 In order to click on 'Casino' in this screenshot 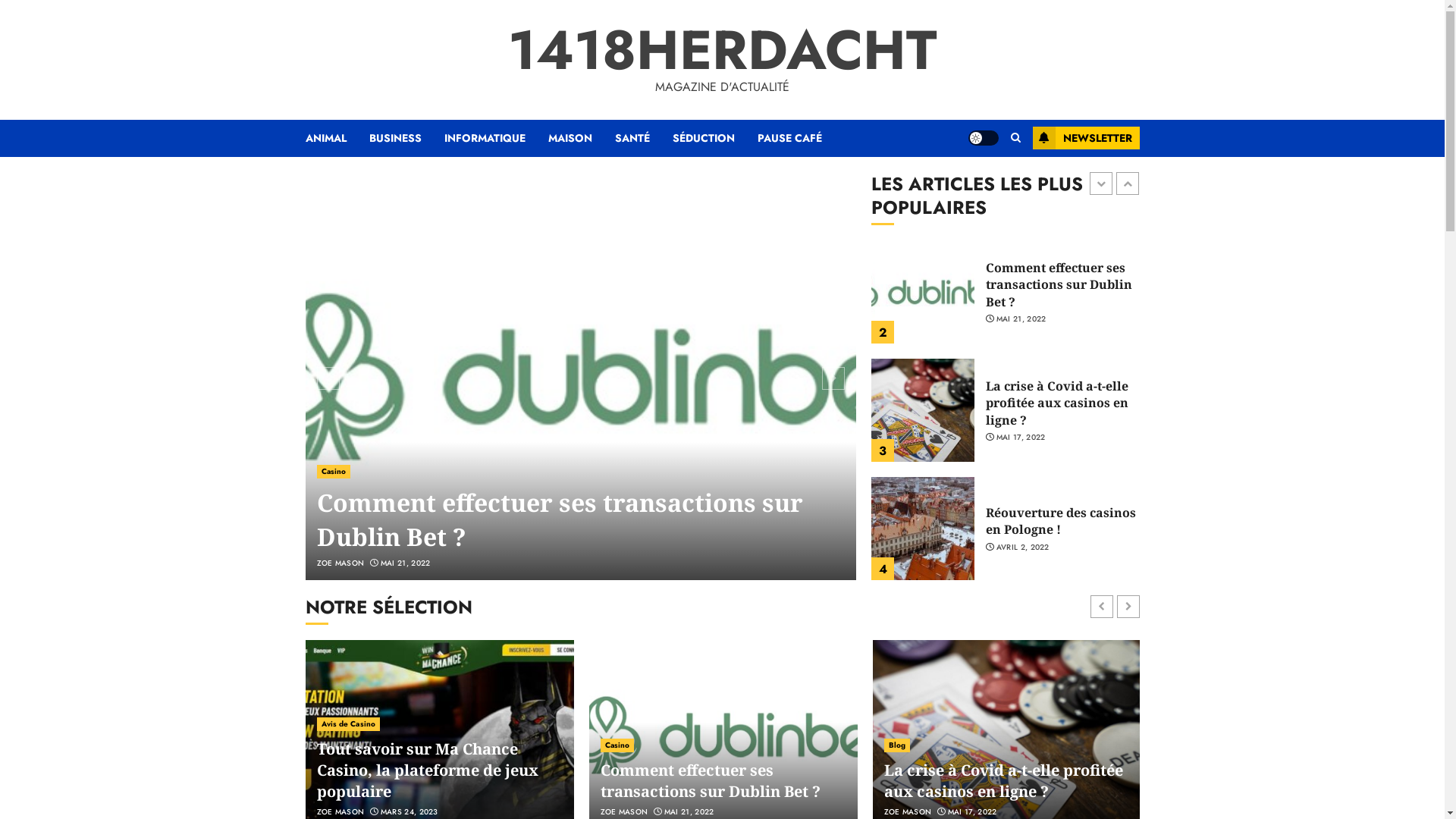, I will do `click(617, 745)`.